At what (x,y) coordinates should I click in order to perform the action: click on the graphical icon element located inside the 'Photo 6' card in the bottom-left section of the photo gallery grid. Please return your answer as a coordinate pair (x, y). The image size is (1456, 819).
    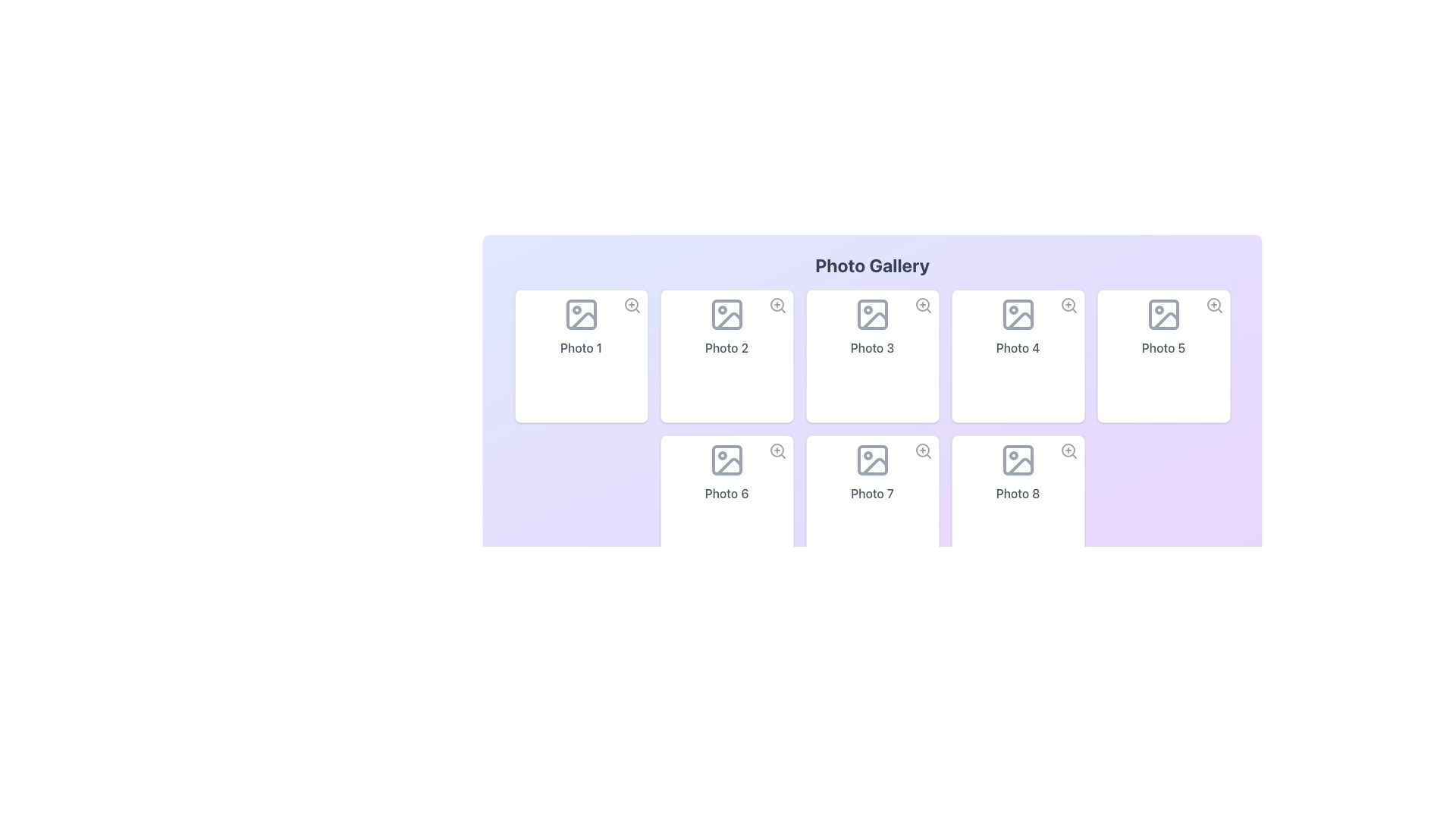
    Looking at the image, I should click on (726, 459).